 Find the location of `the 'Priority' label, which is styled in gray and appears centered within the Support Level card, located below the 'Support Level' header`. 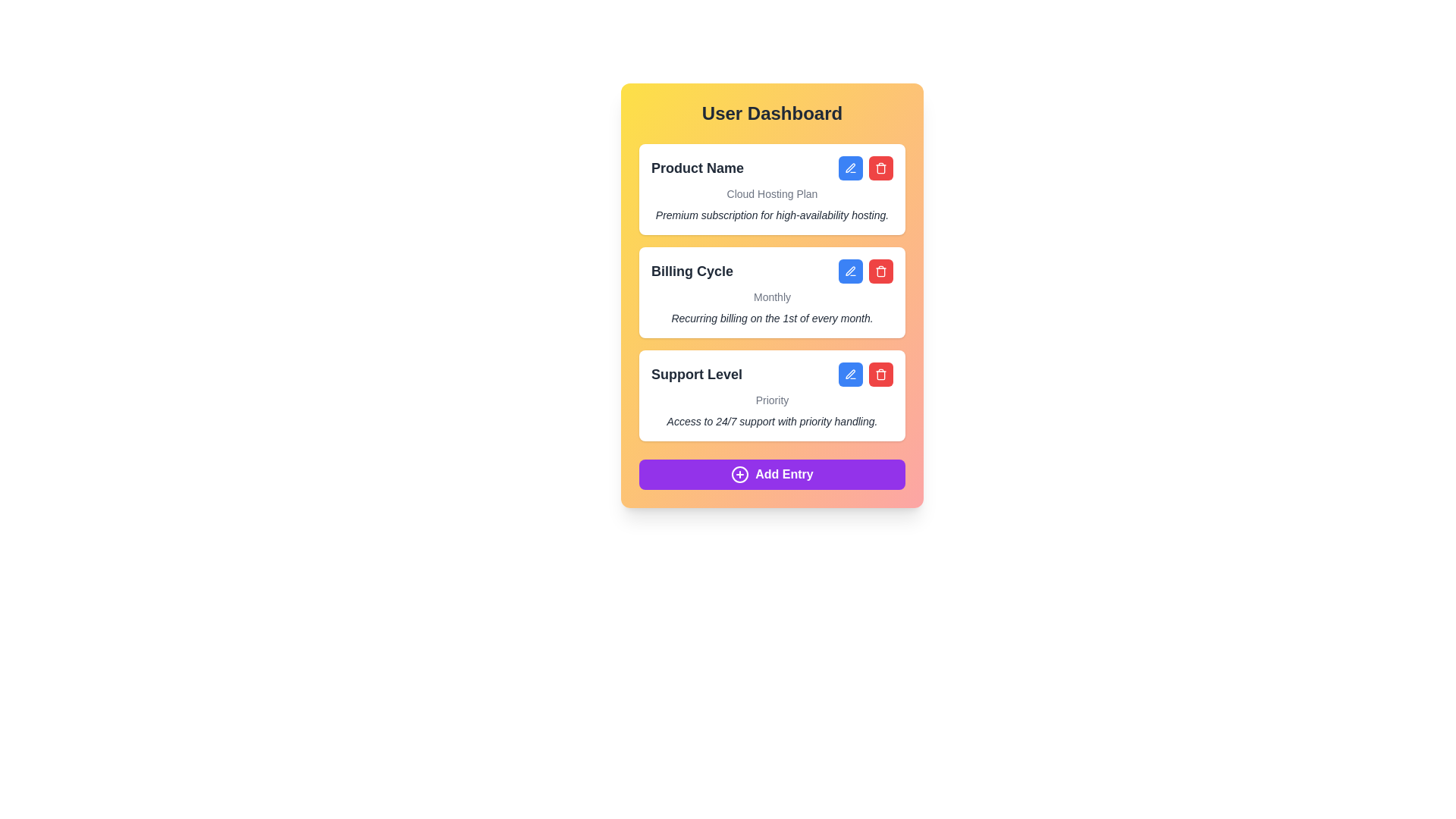

the 'Priority' label, which is styled in gray and appears centered within the Support Level card, located below the 'Support Level' header is located at coordinates (772, 400).